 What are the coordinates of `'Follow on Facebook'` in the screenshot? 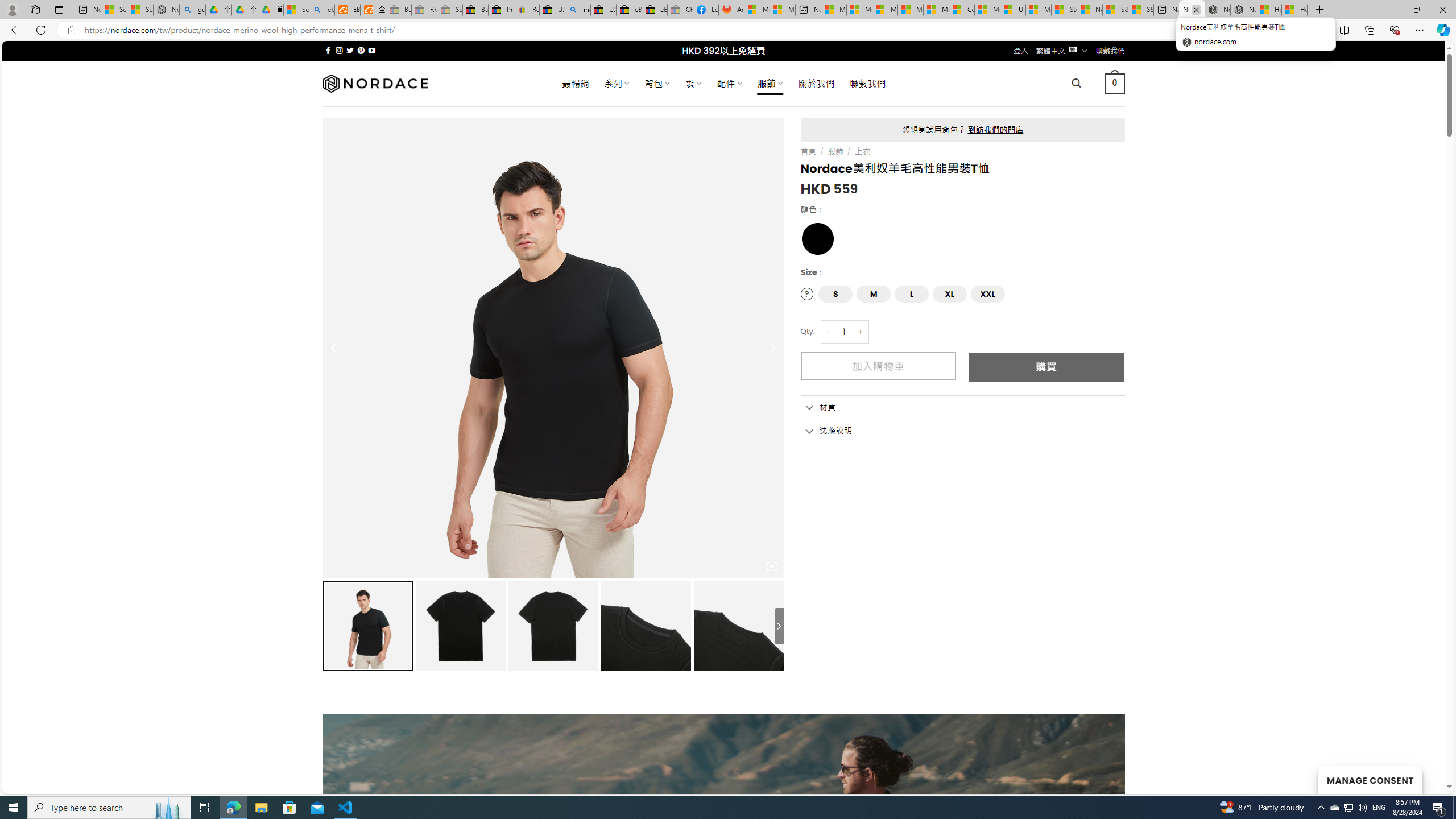 It's located at (328, 50).